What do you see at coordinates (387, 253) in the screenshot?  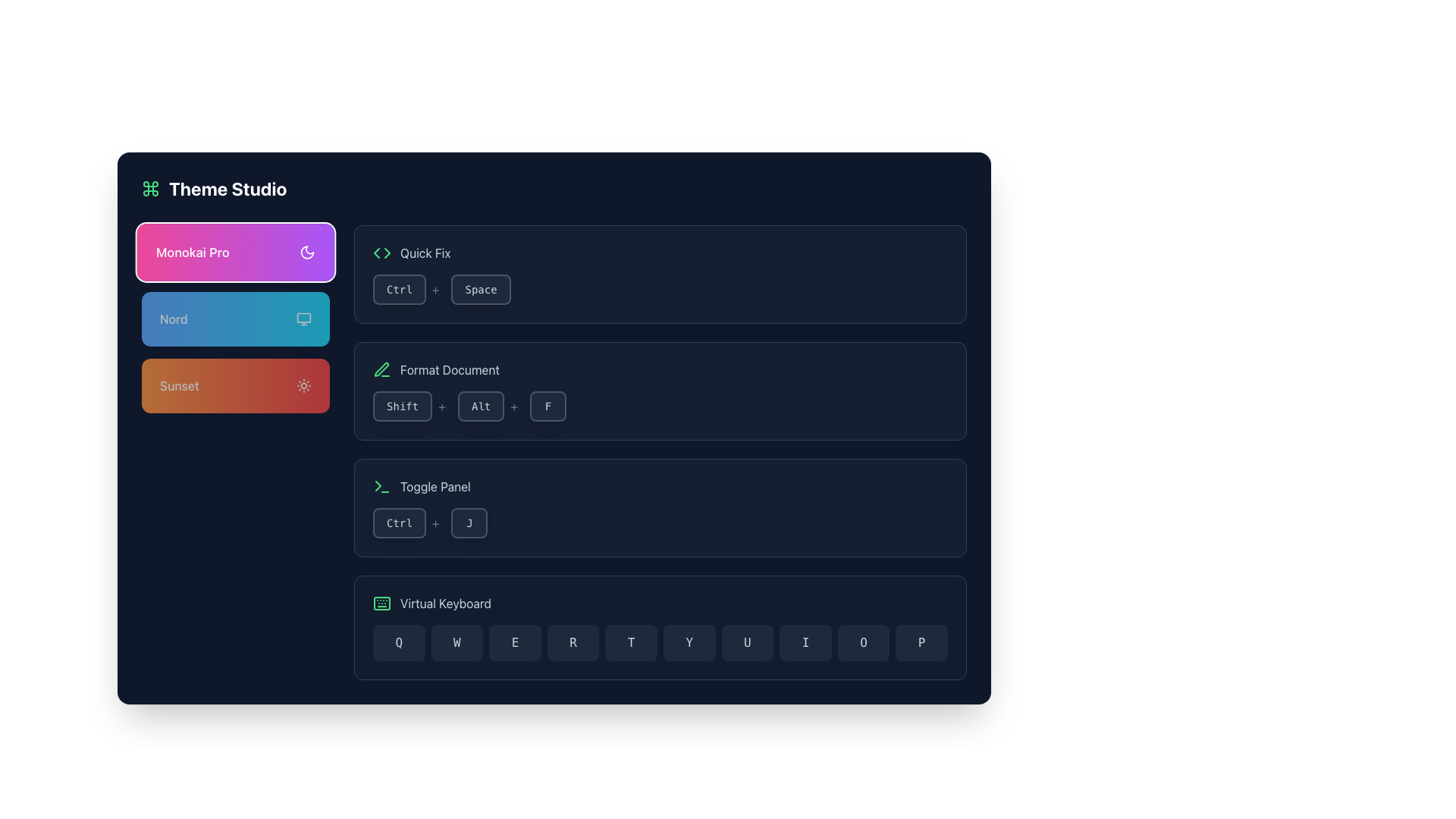 I see `the Chevron icon located in the 'Quick Fix' section, right side of the chevron group, next to the text label` at bounding box center [387, 253].